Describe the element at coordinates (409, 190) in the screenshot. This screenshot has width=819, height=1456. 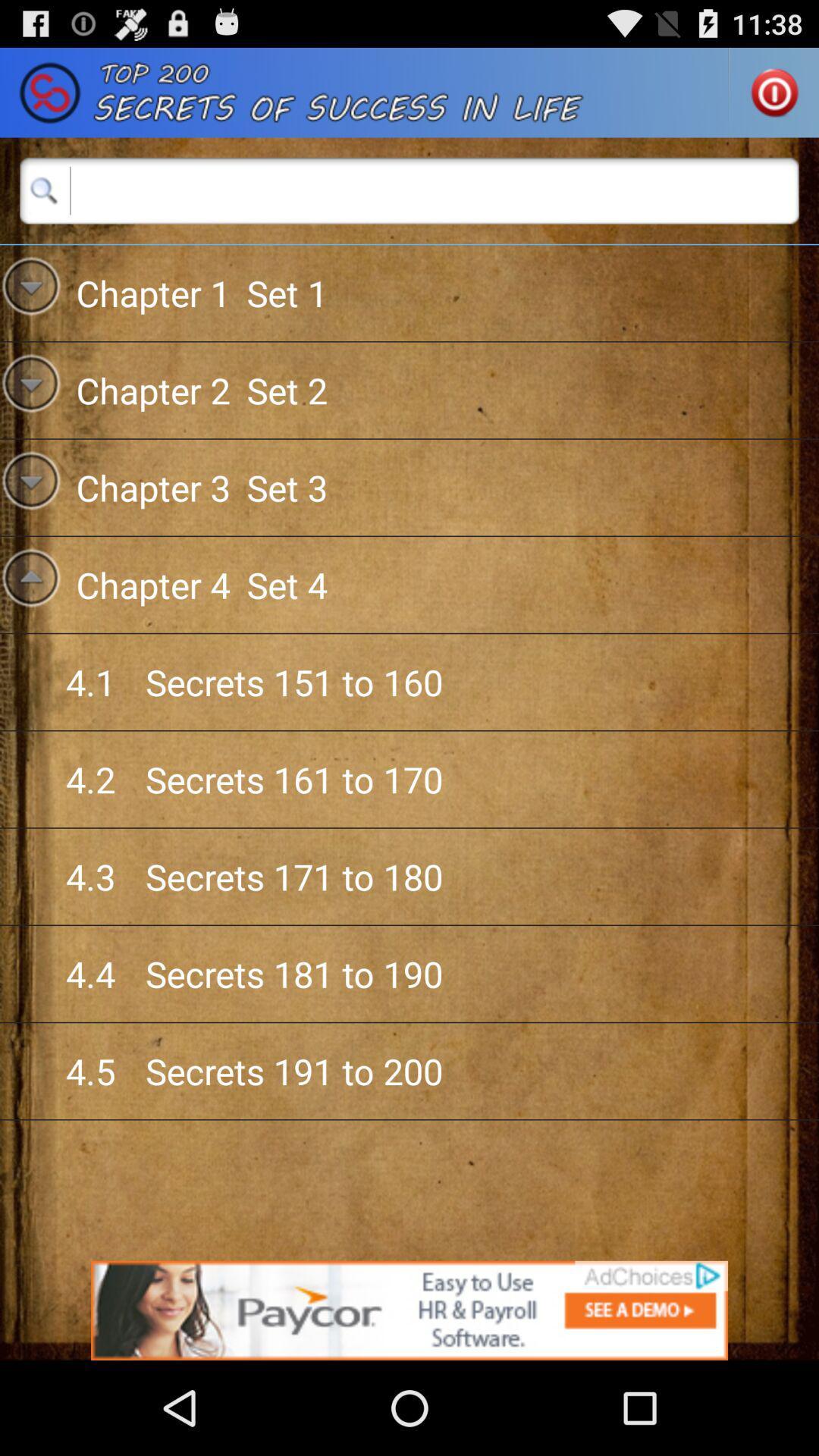
I see `the search option` at that location.